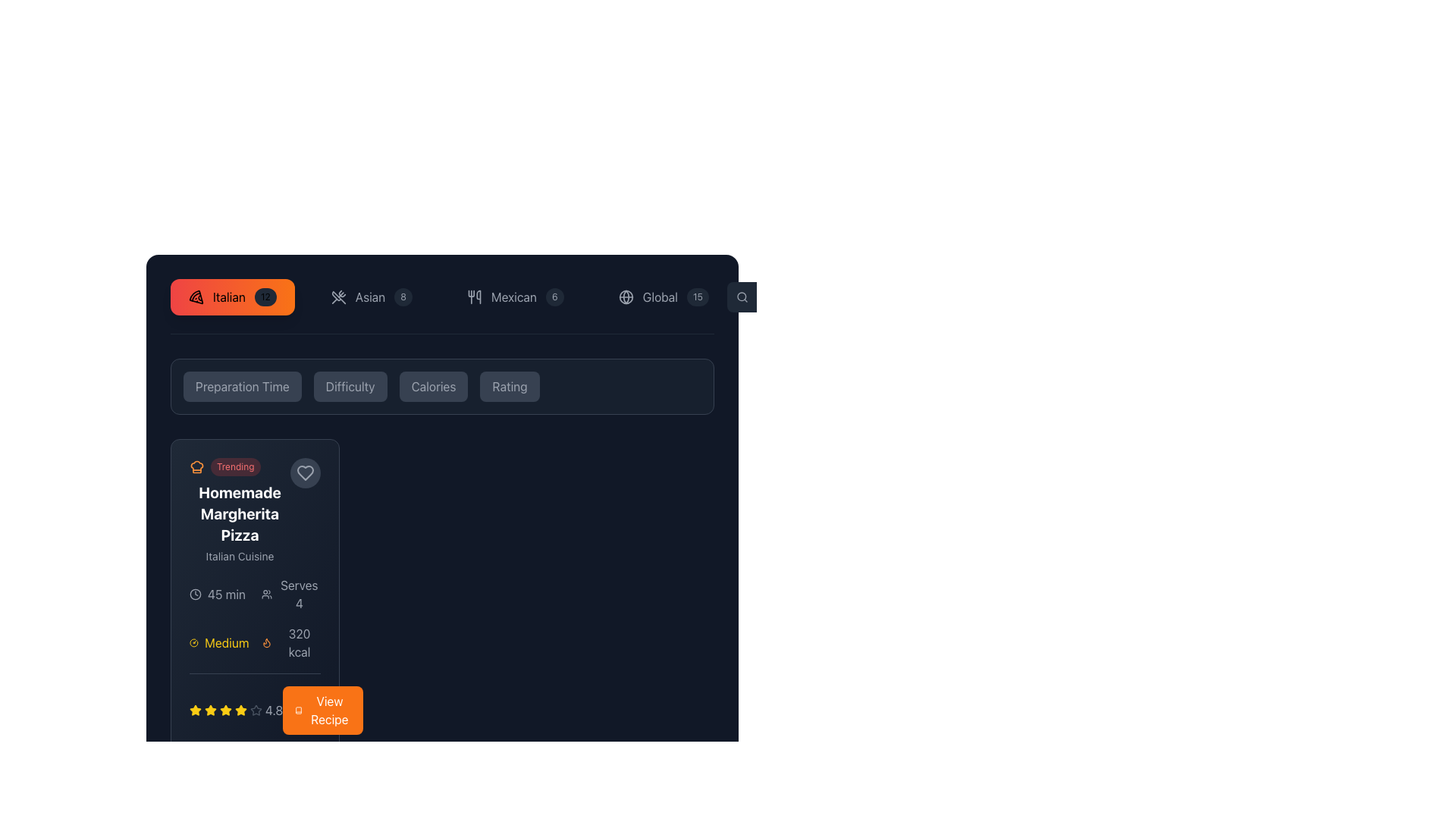 The height and width of the screenshot is (819, 1456). I want to click on the text label styled as a badge displaying the number '6', which is located to the right of the 'Mexican' category button in the navigation bar, so click(554, 297).